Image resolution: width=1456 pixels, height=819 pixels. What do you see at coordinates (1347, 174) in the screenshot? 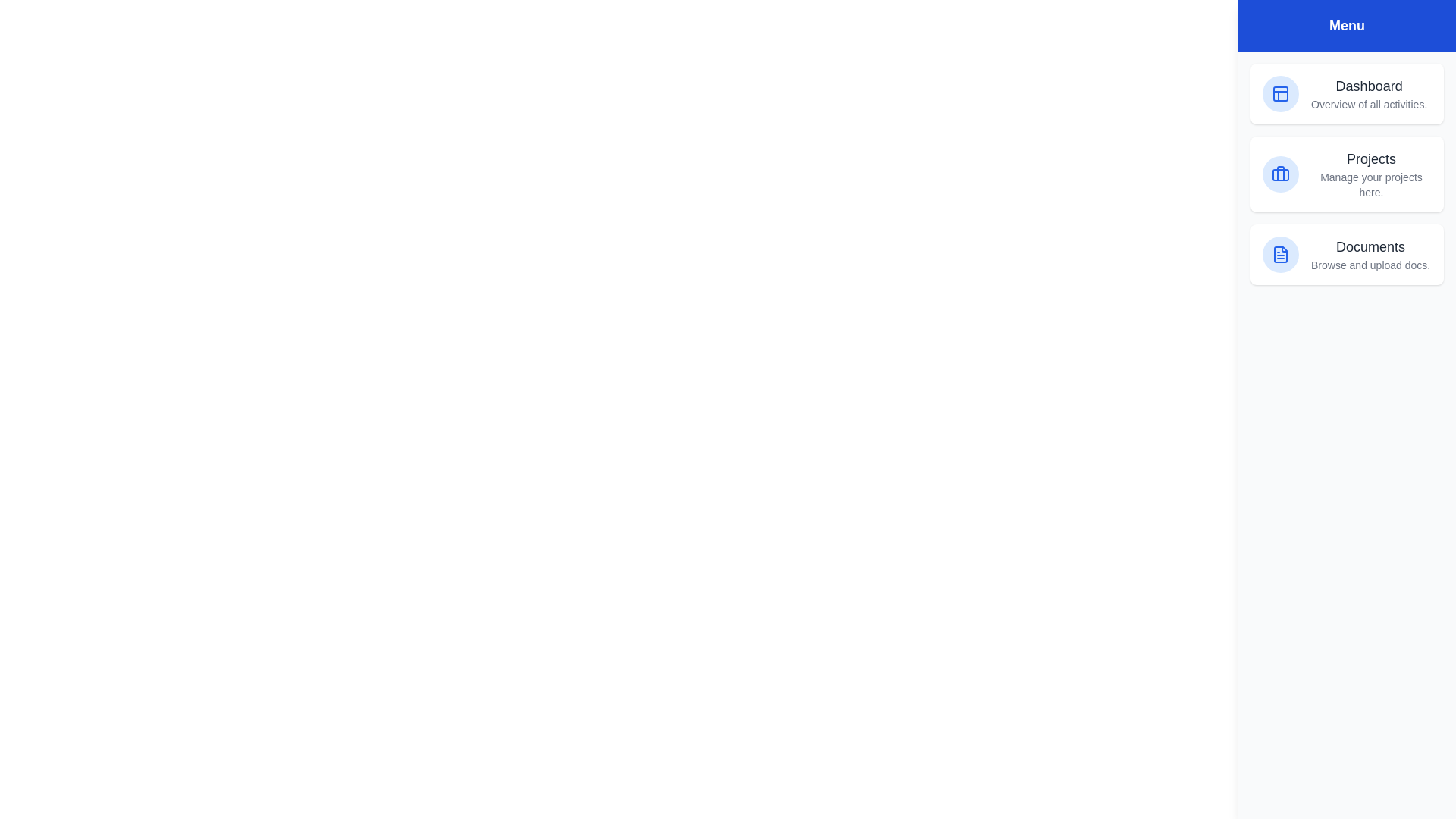
I see `the menu item Projects from the list` at bounding box center [1347, 174].